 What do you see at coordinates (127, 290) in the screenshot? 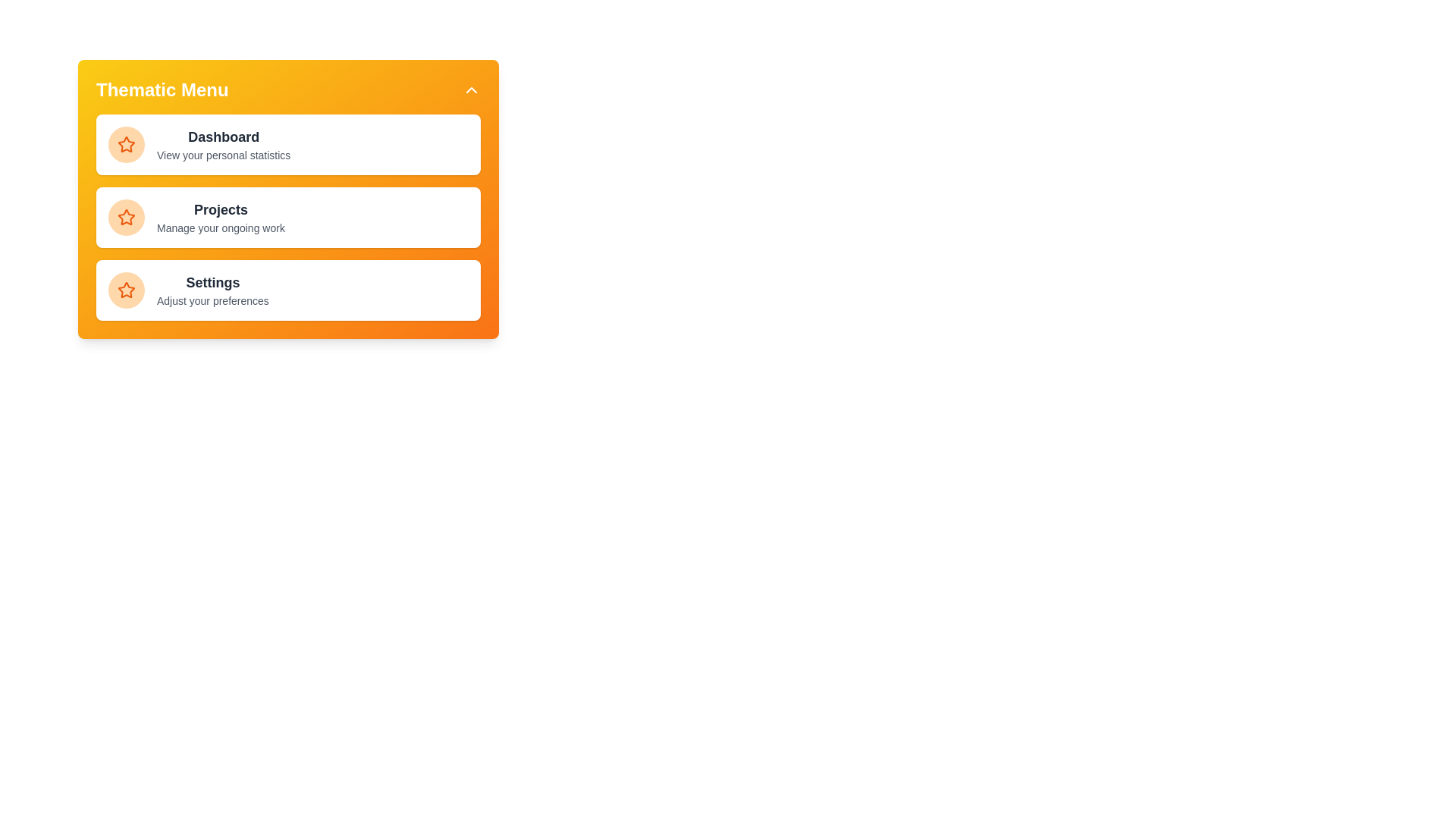
I see `the icon next to the menu item Settings` at bounding box center [127, 290].